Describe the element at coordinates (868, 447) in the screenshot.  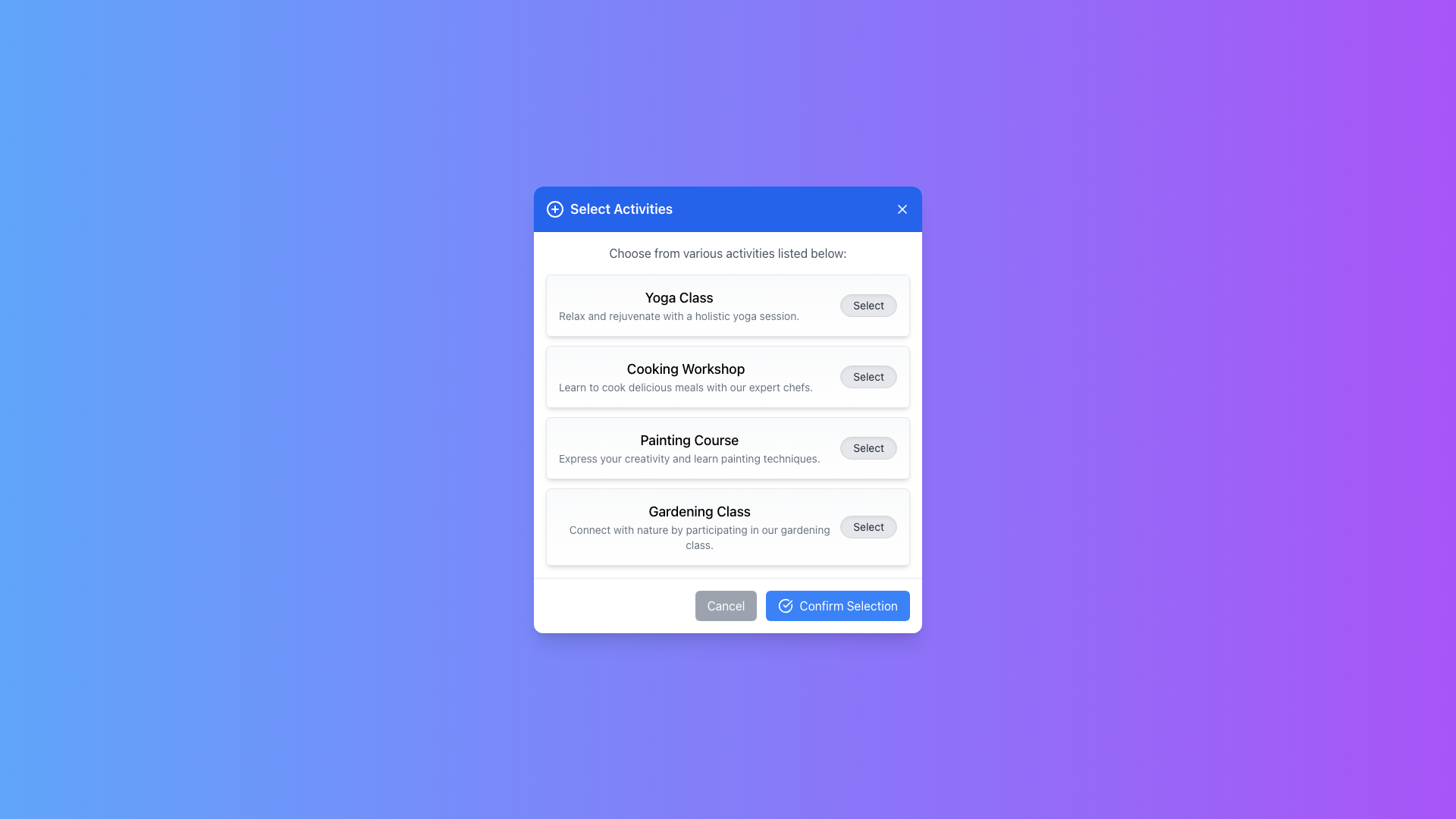
I see `the 'Painting Course' button` at that location.